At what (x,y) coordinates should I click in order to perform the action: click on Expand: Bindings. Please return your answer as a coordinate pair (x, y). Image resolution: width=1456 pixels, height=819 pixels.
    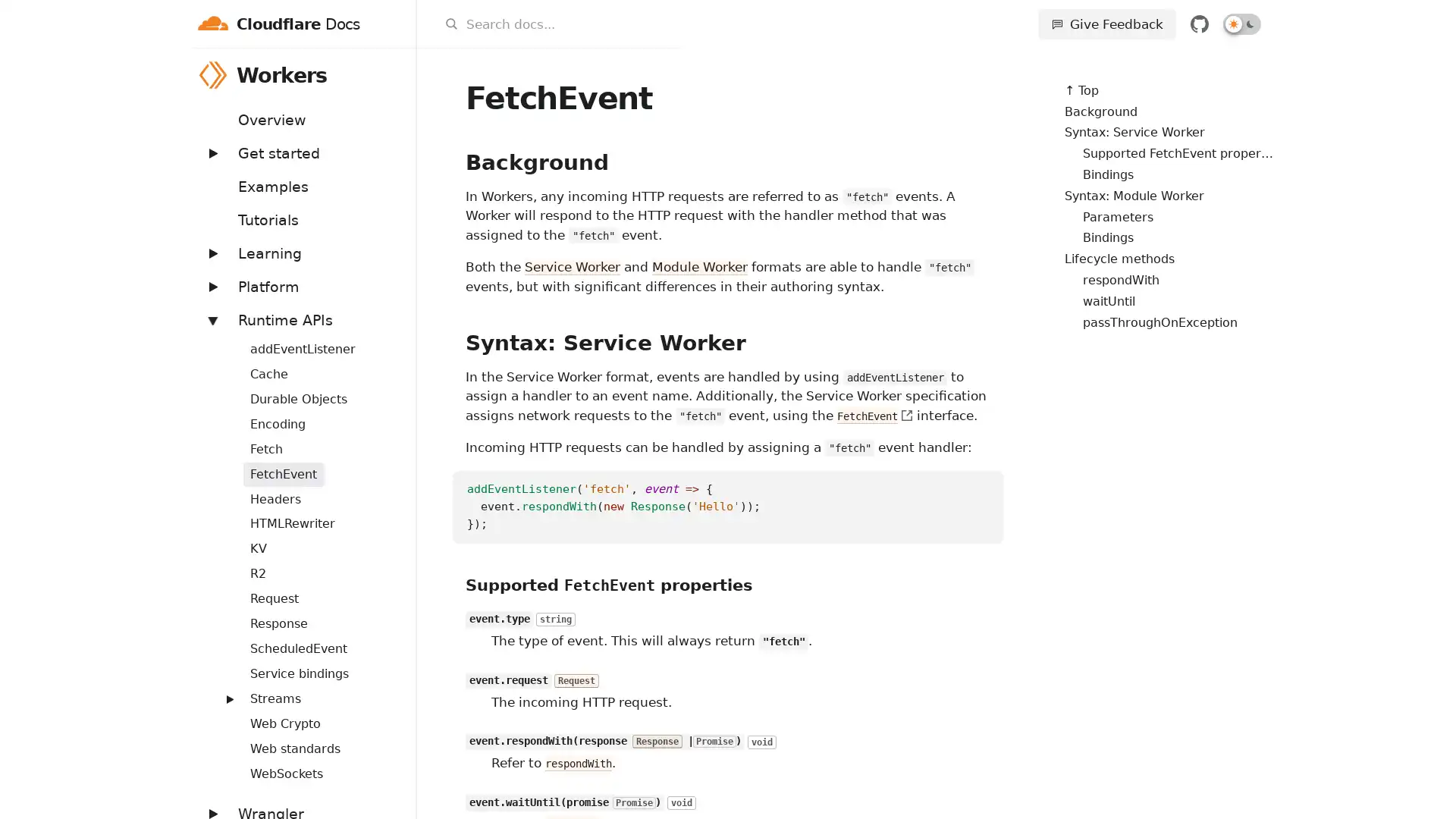
    Looking at the image, I should click on (221, 339).